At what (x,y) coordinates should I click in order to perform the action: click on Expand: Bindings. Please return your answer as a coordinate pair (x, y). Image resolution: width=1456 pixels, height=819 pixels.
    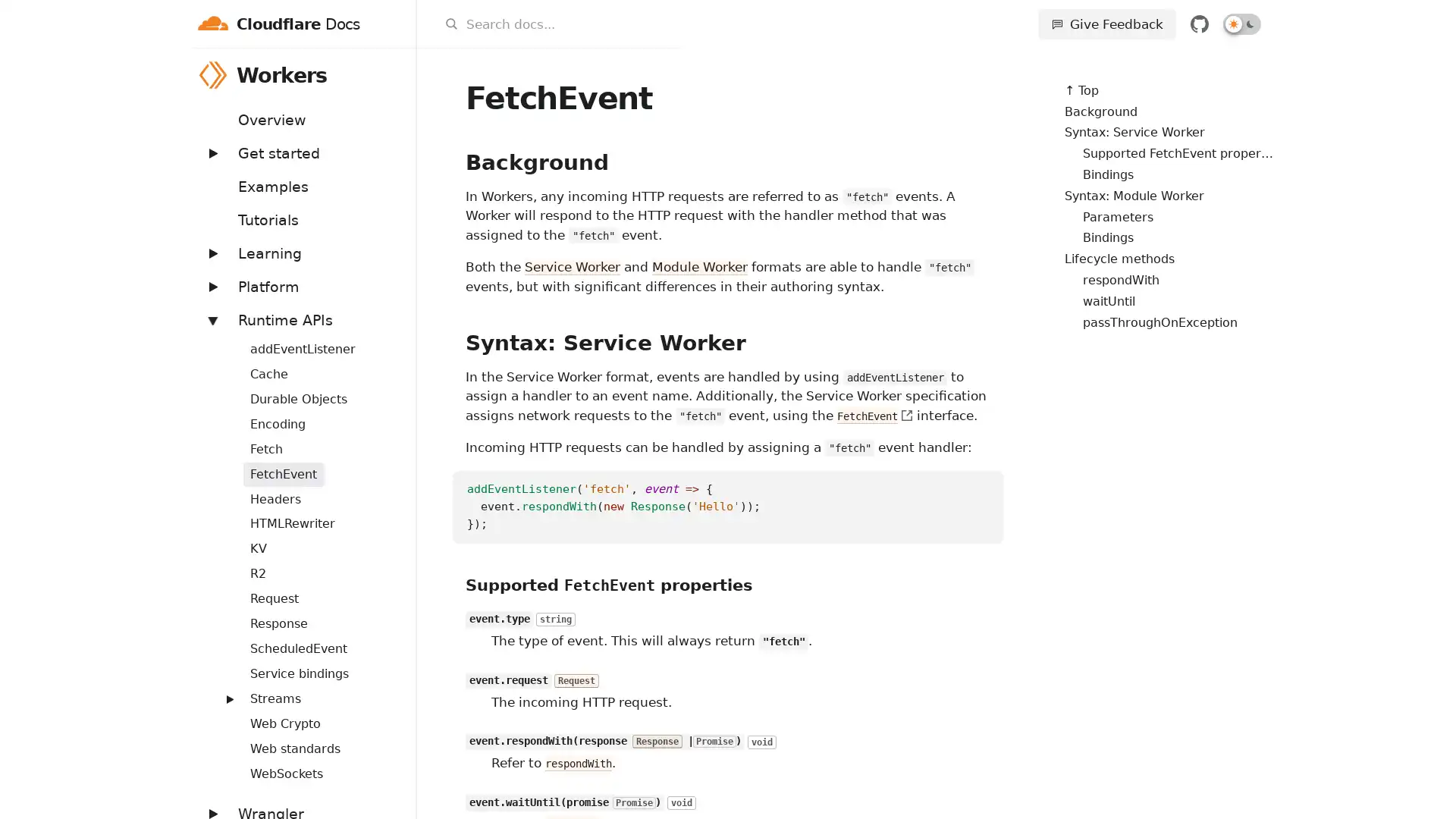
    Looking at the image, I should click on (221, 339).